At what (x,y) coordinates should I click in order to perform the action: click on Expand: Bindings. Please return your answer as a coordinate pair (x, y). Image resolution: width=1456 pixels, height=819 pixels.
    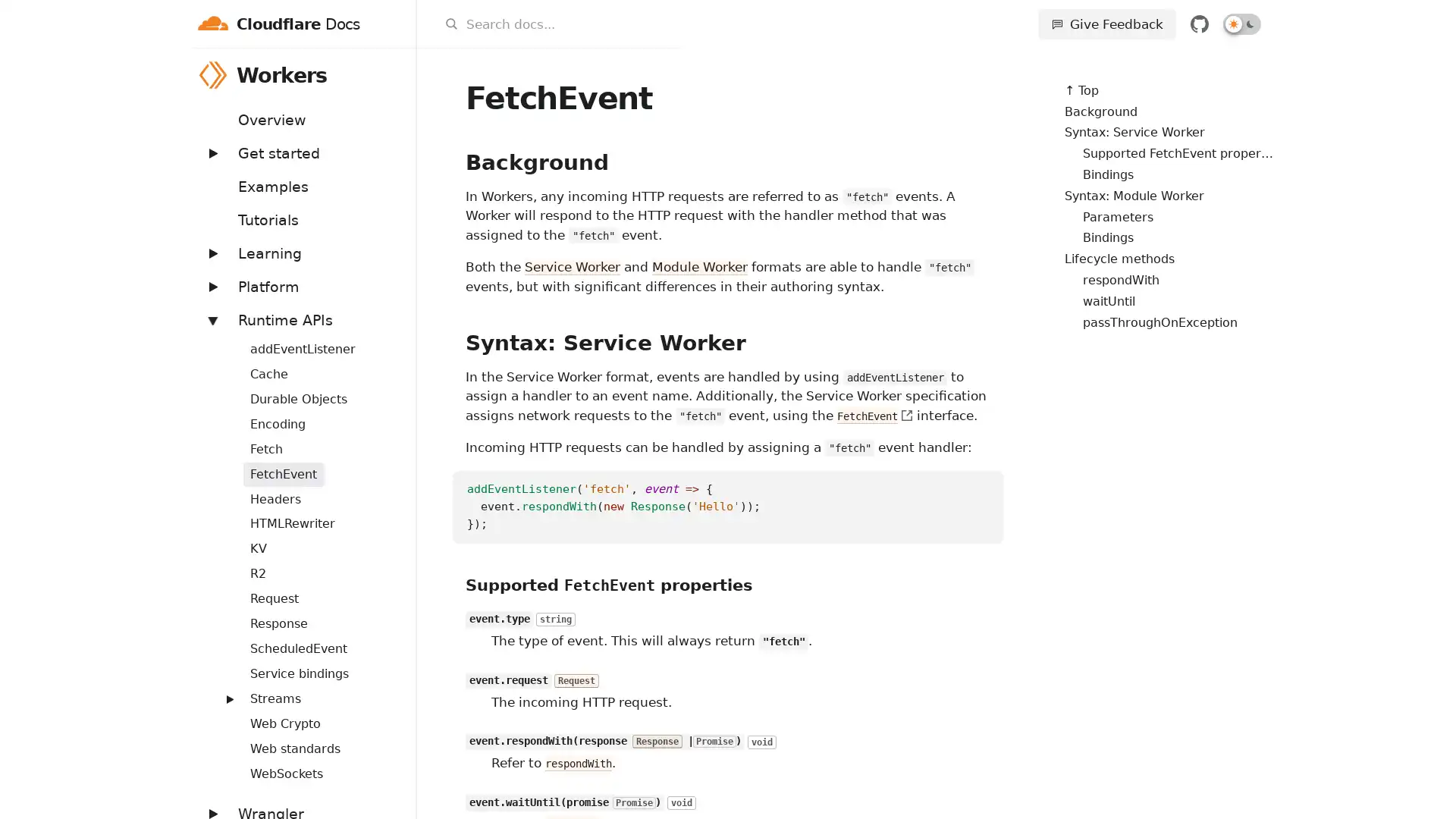
    Looking at the image, I should click on (221, 339).